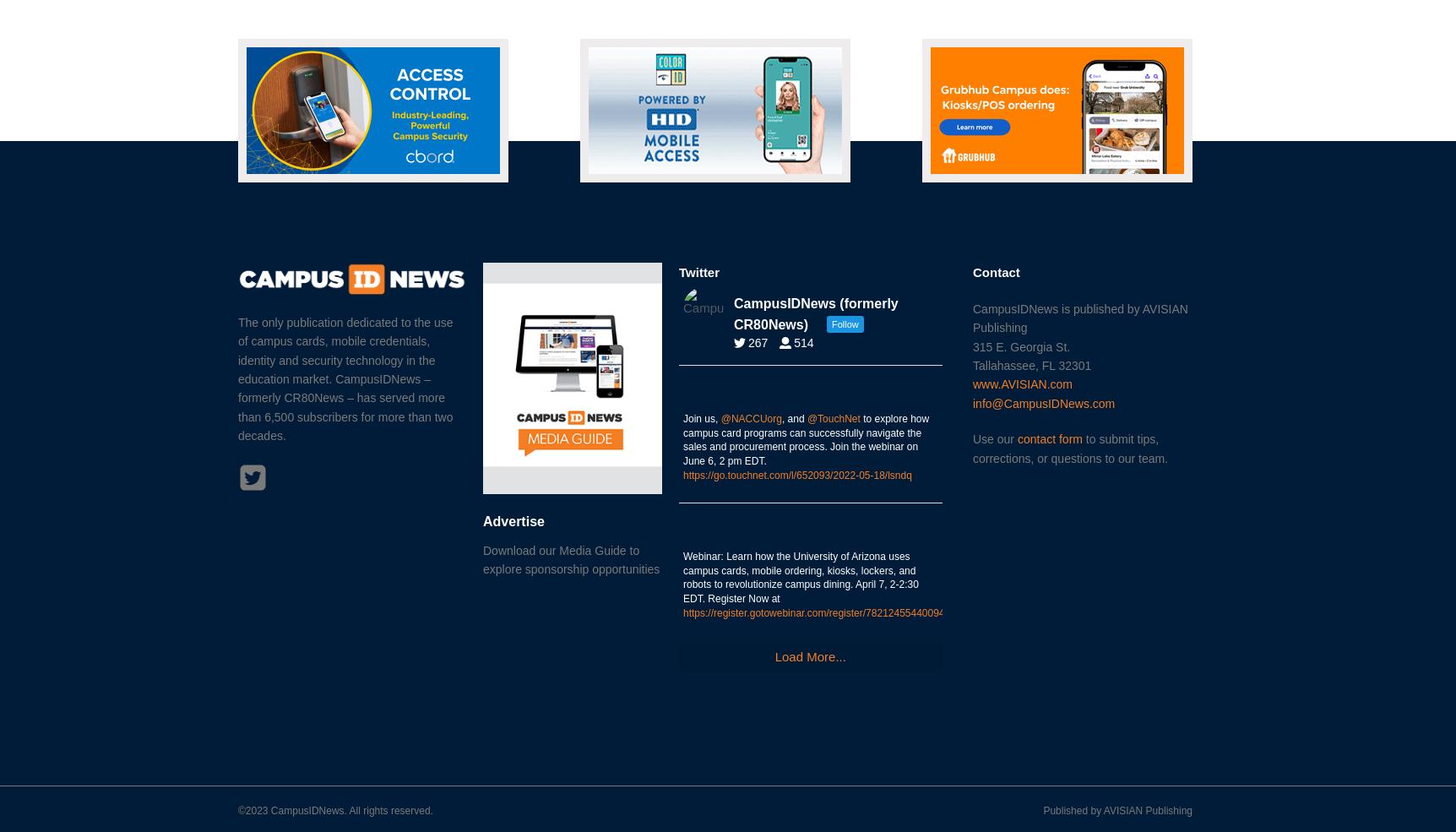 Image resolution: width=1456 pixels, height=832 pixels. What do you see at coordinates (1042, 402) in the screenshot?
I see `'info@CampusIDNews.com'` at bounding box center [1042, 402].